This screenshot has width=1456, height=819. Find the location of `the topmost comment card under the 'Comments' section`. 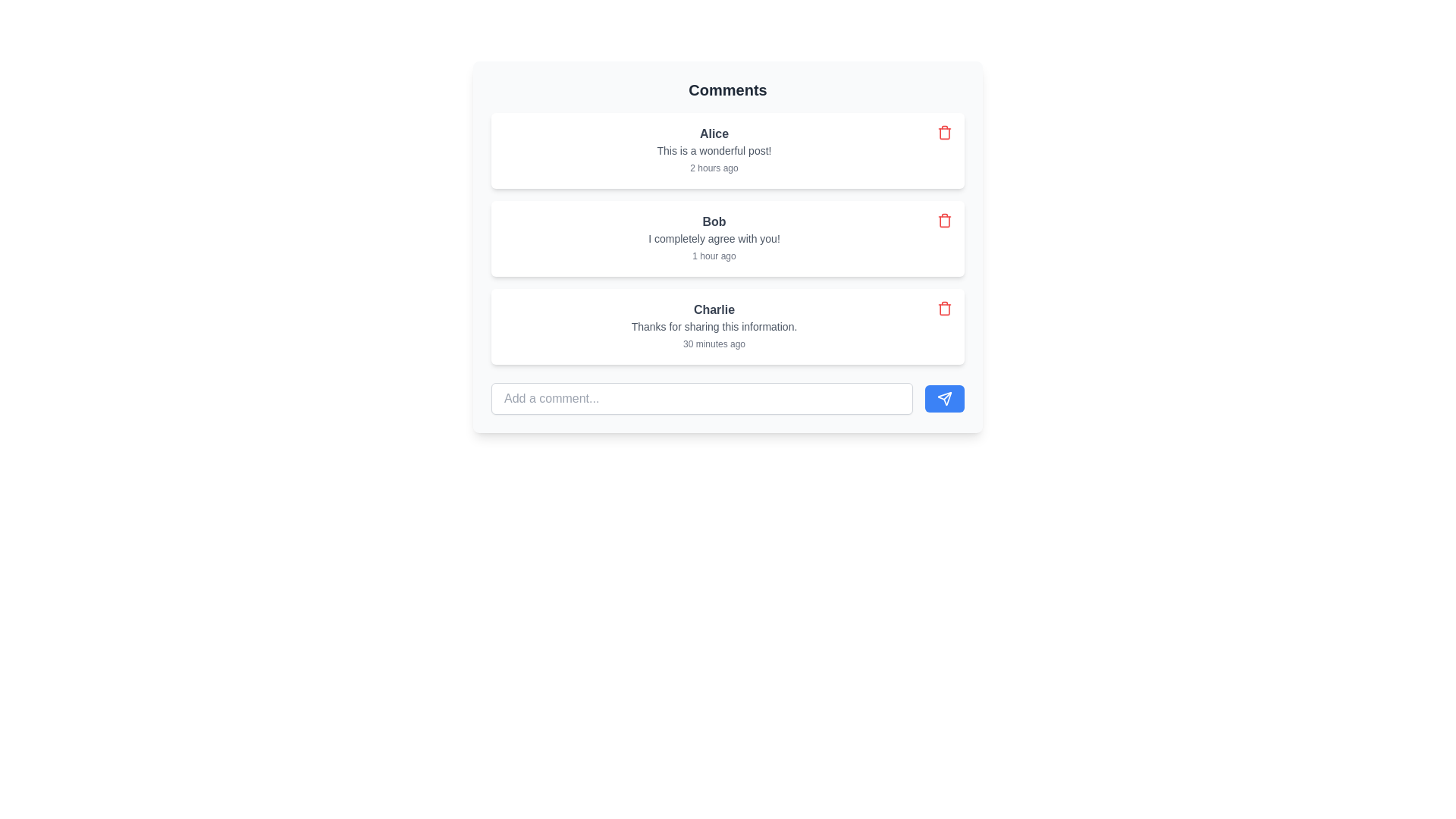

the topmost comment card under the 'Comments' section is located at coordinates (713, 151).